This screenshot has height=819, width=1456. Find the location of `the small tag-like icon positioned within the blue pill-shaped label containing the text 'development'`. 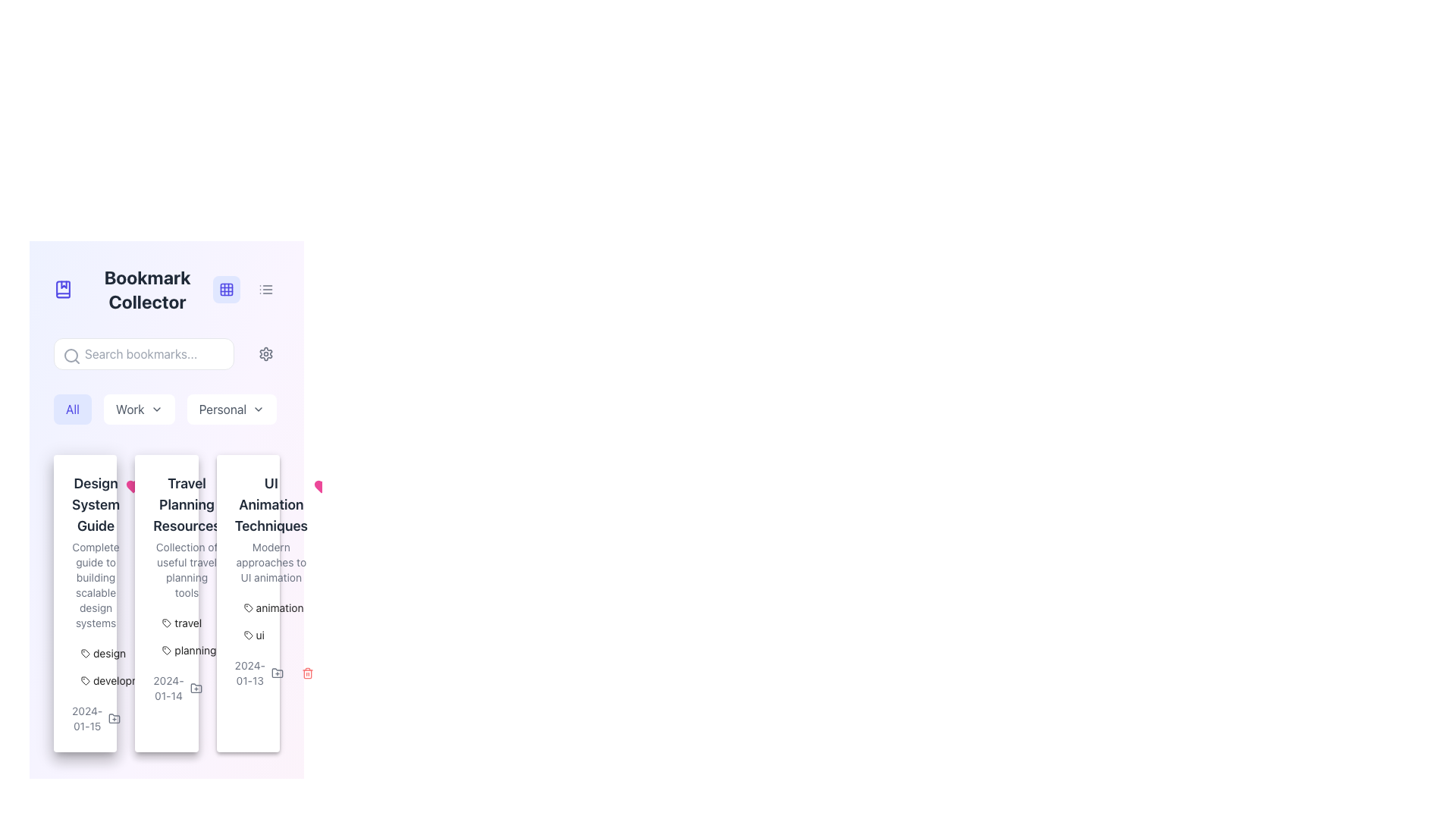

the small tag-like icon positioned within the blue pill-shaped label containing the text 'development' is located at coordinates (85, 680).